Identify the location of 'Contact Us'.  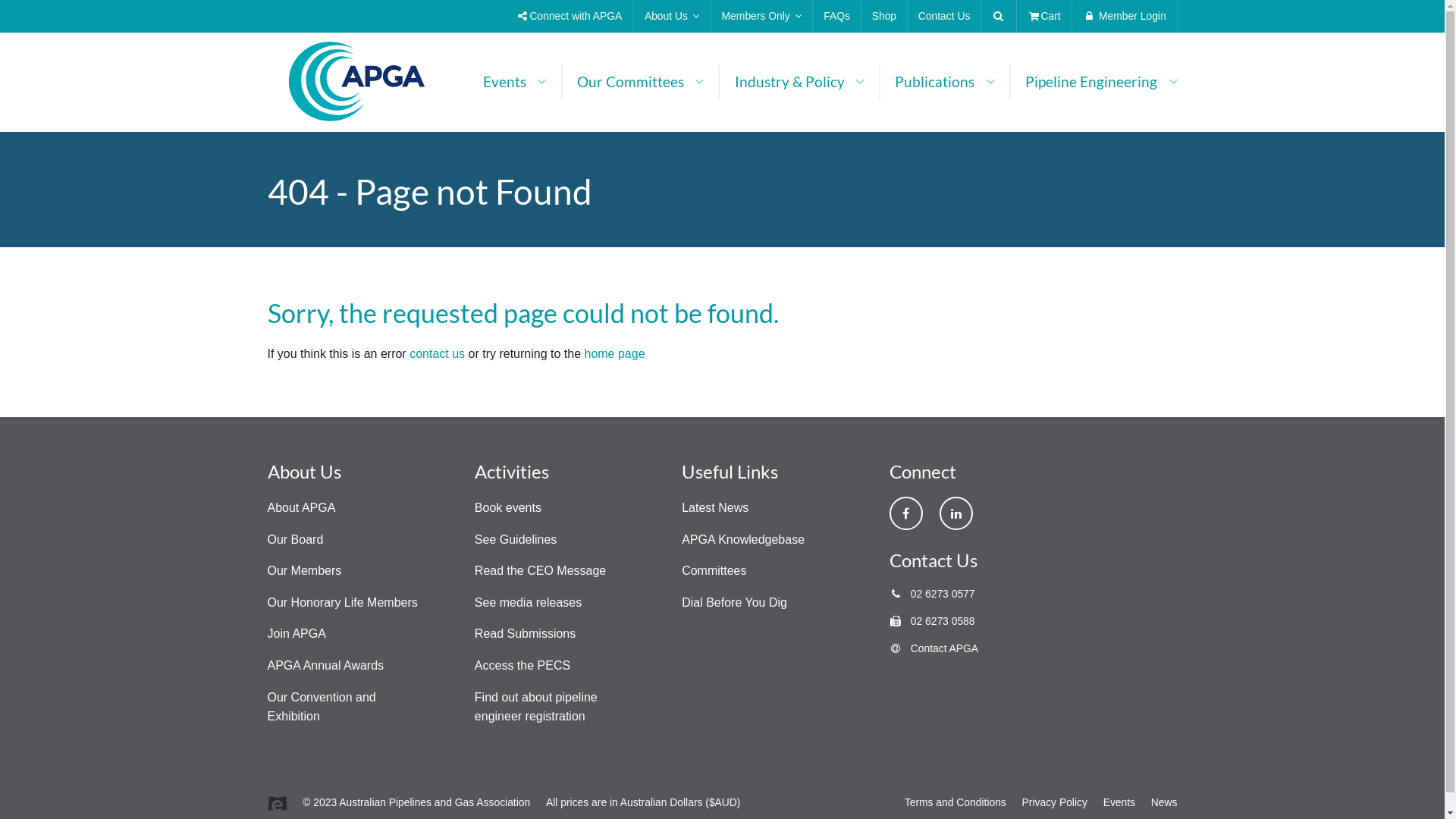
(943, 16).